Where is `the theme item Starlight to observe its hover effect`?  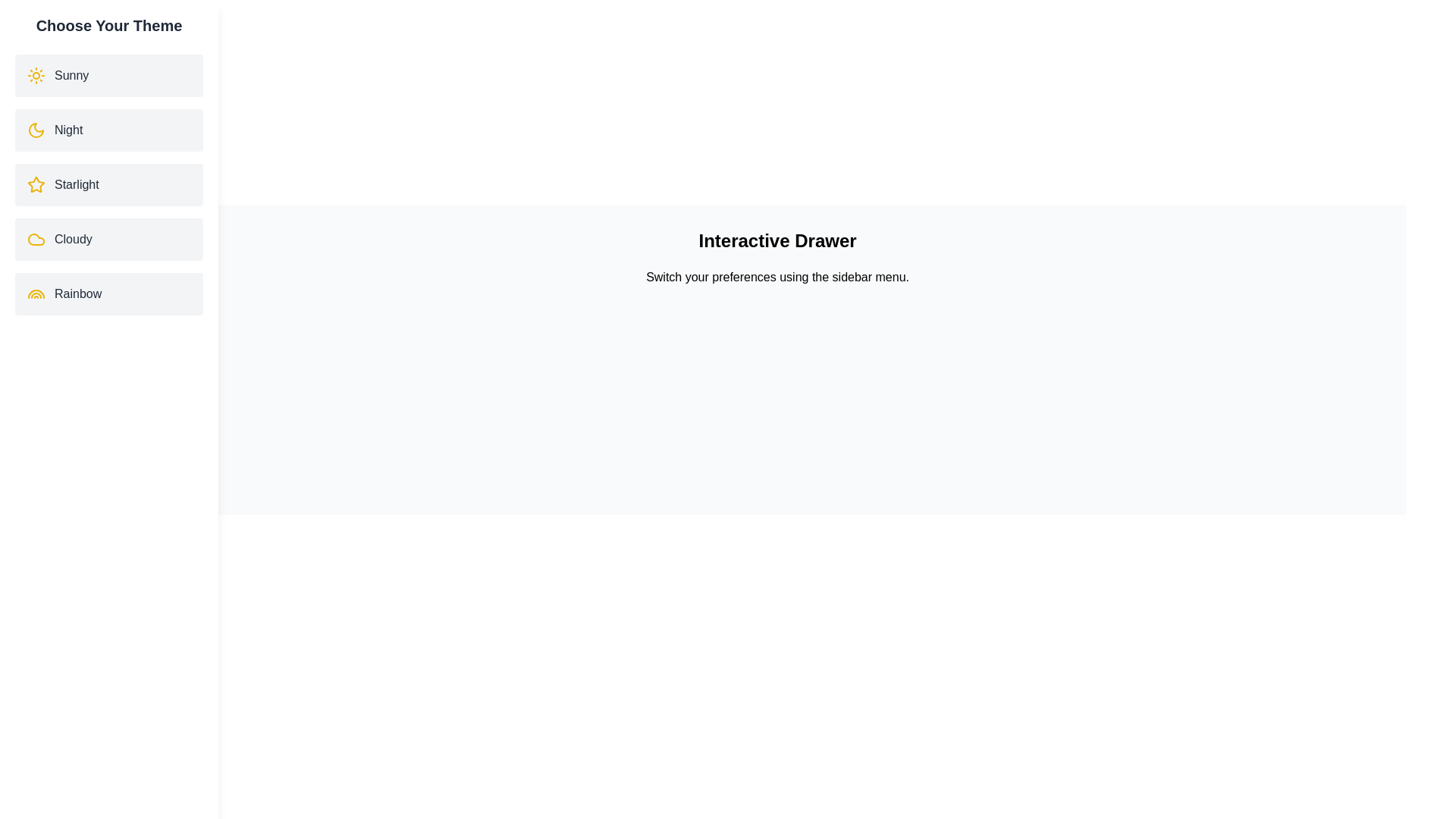 the theme item Starlight to observe its hover effect is located at coordinates (108, 184).